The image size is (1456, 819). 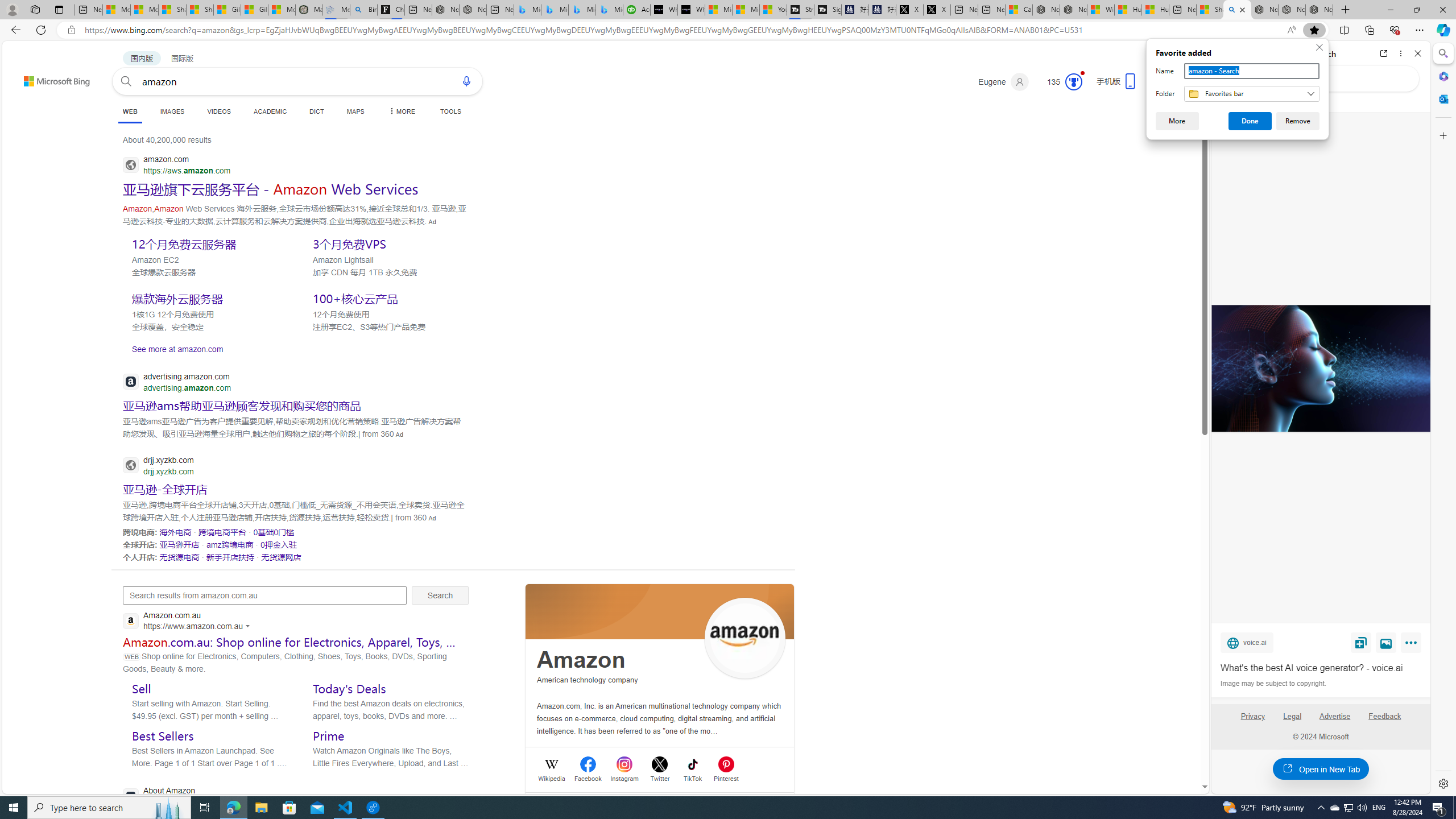 I want to click on 'Microsoft Store', so click(x=289, y=806).